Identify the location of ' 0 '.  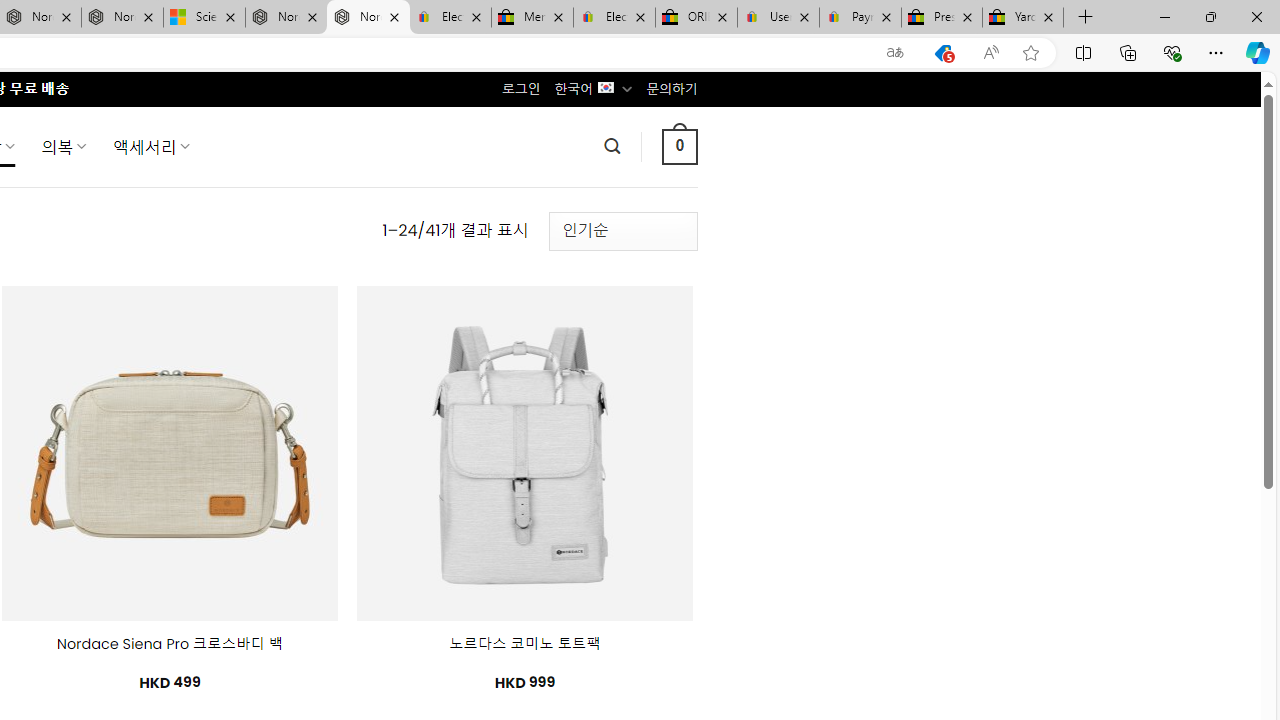
(679, 145).